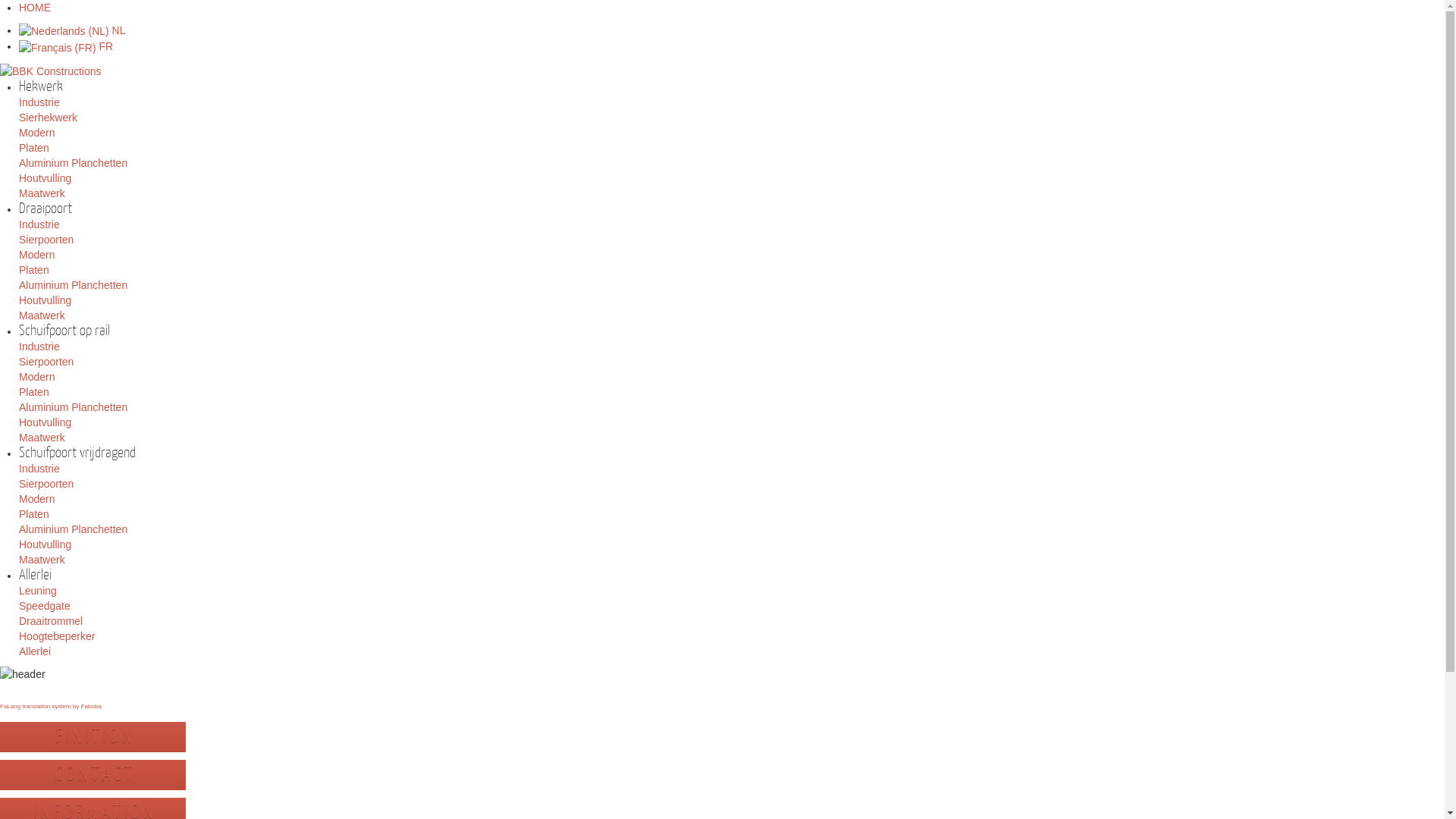 Image resolution: width=1456 pixels, height=819 pixels. Describe the element at coordinates (45, 543) in the screenshot. I see `'Houtvulling'` at that location.